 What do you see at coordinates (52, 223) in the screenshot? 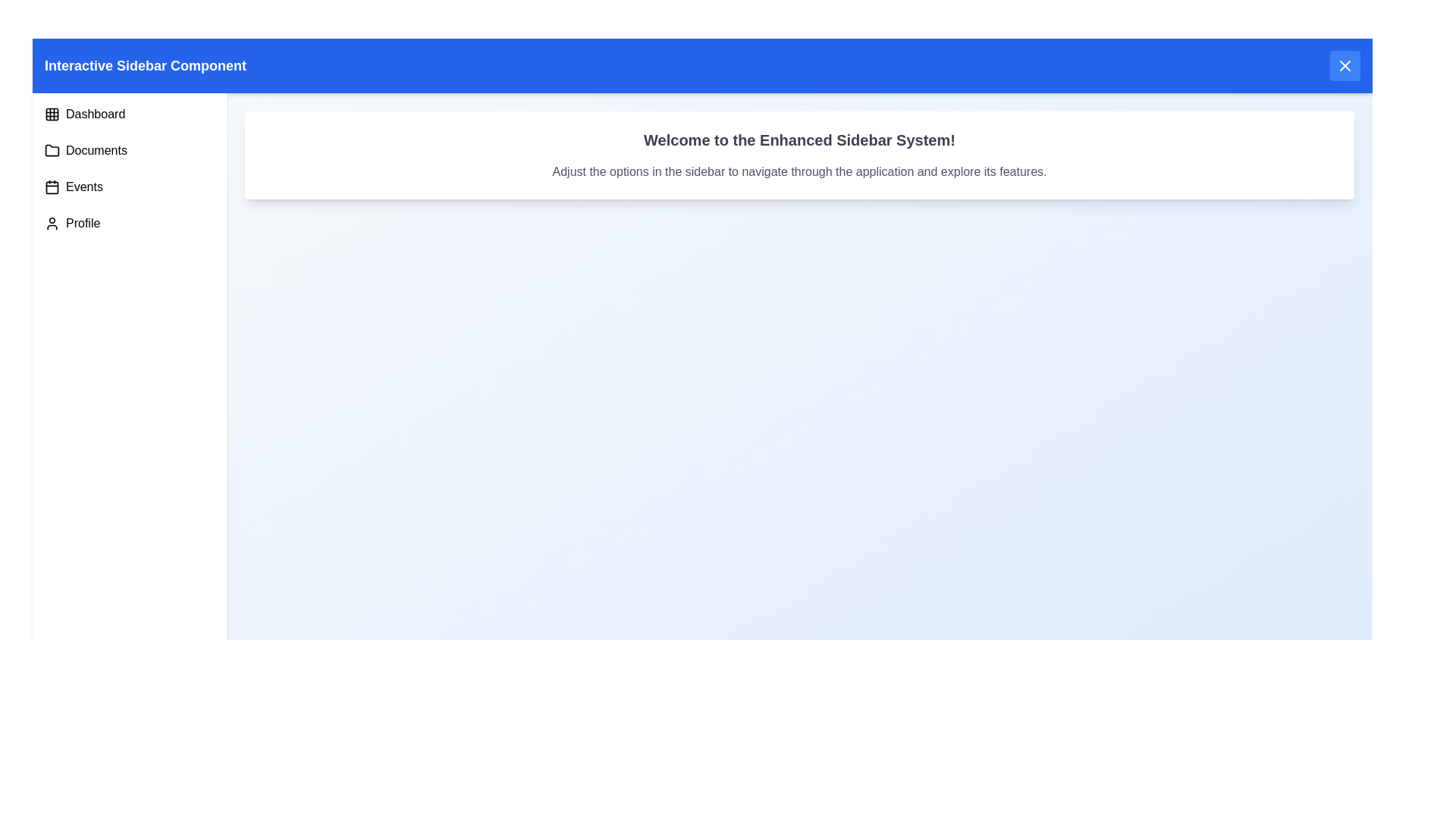
I see `the user profile icon, which is a minimalistic outline of a person, located in the sidebar under the heading 'Interactive Sidebar Component', aligned with the 'Profile' text label` at bounding box center [52, 223].